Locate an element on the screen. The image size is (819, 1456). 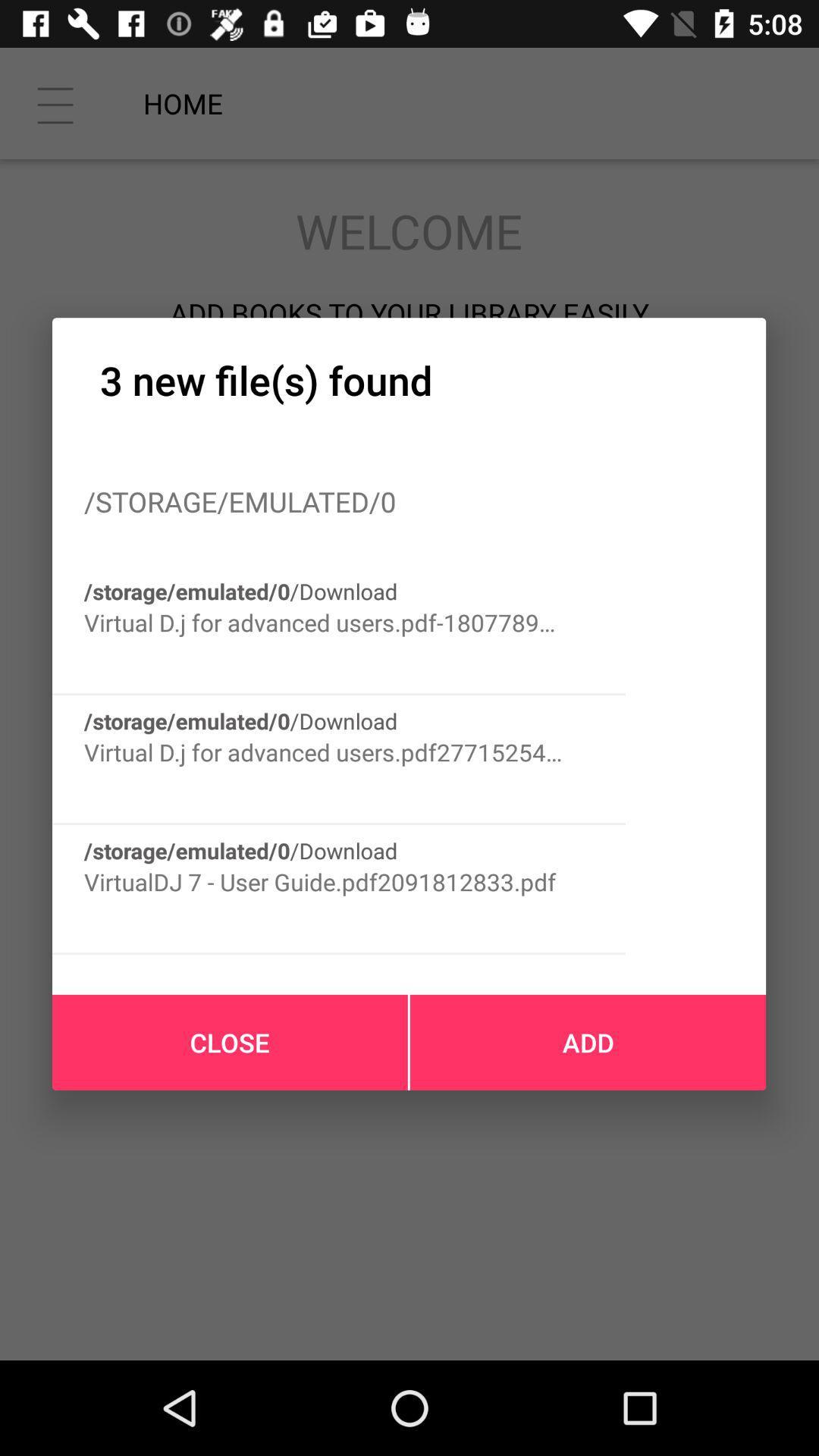
add icon is located at coordinates (587, 1041).